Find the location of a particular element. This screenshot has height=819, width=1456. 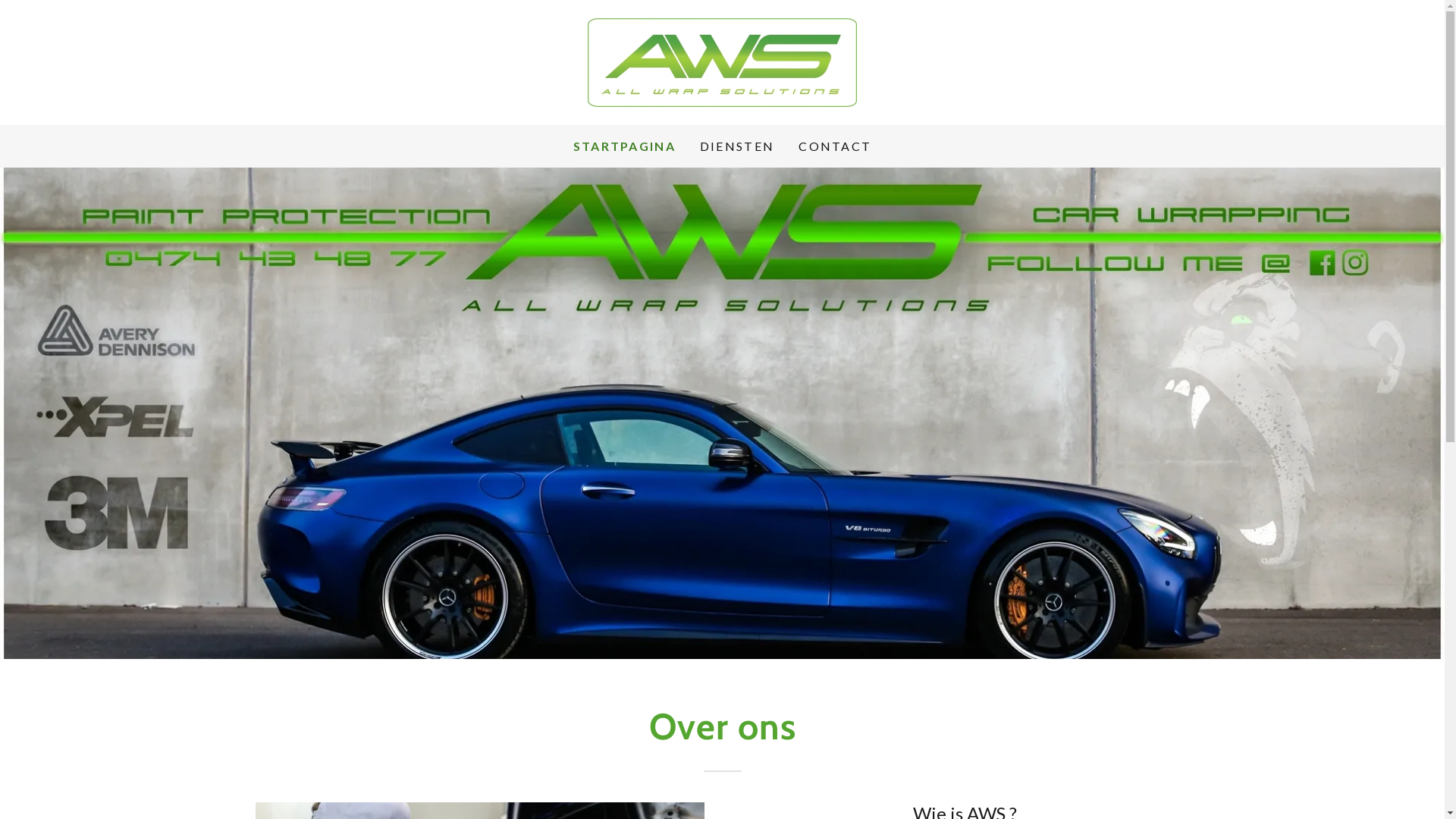

'STARTPAGINA' is located at coordinates (624, 146).